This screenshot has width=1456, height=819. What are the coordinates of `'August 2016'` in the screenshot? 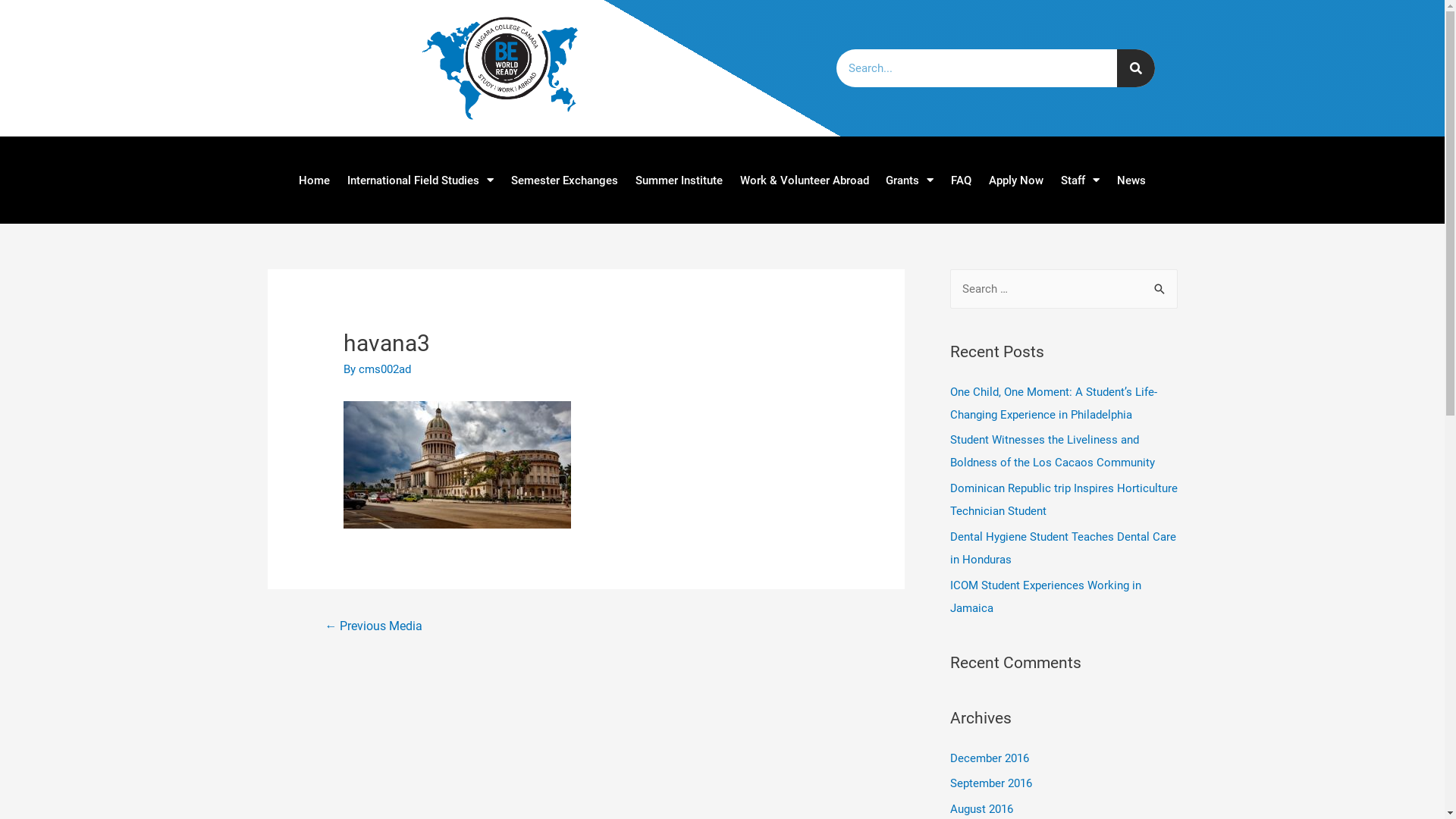 It's located at (981, 808).